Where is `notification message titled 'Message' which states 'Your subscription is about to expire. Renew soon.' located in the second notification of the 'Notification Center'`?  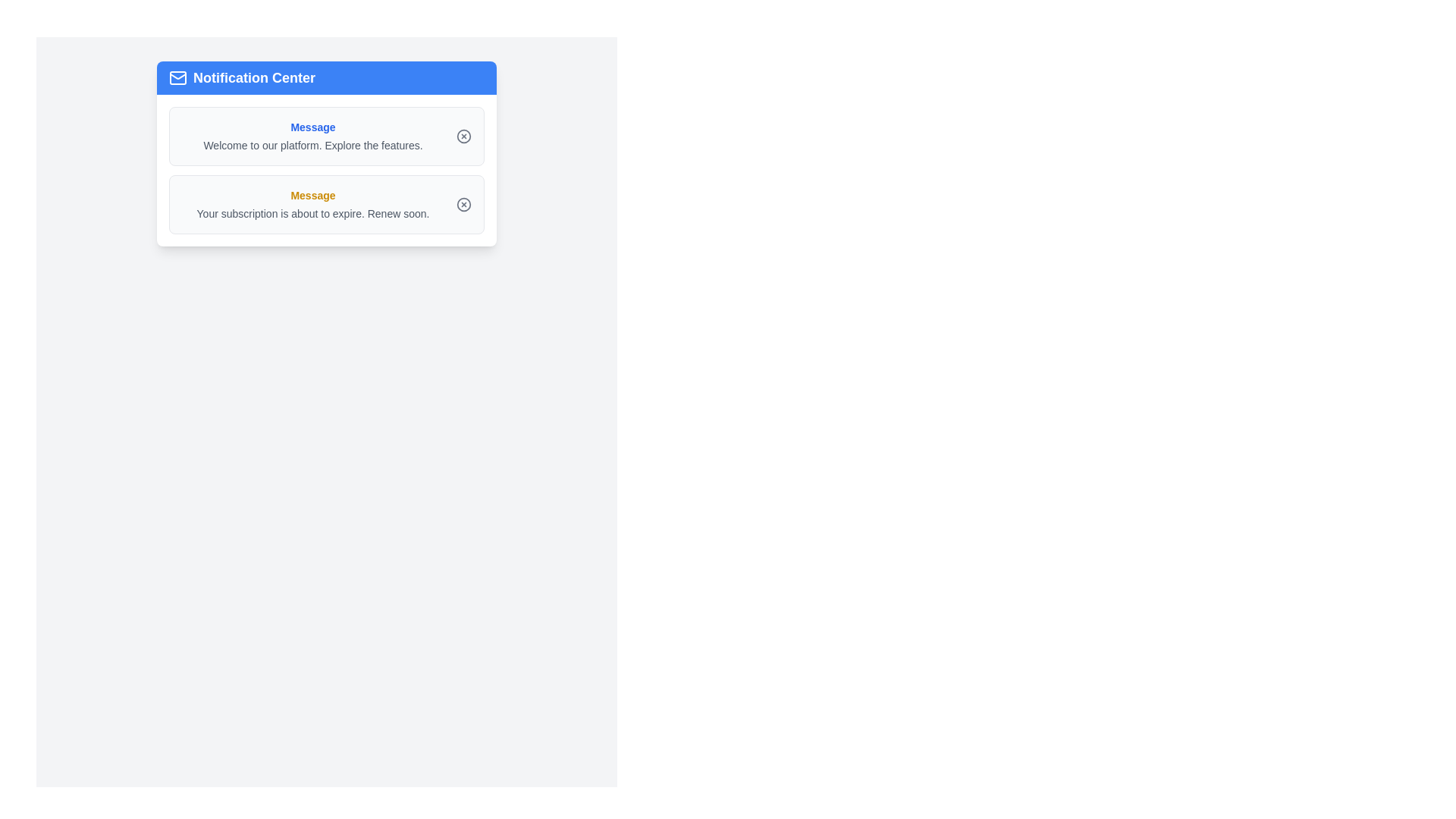
notification message titled 'Message' which states 'Your subscription is about to expire. Renew soon.' located in the second notification of the 'Notification Center' is located at coordinates (312, 205).